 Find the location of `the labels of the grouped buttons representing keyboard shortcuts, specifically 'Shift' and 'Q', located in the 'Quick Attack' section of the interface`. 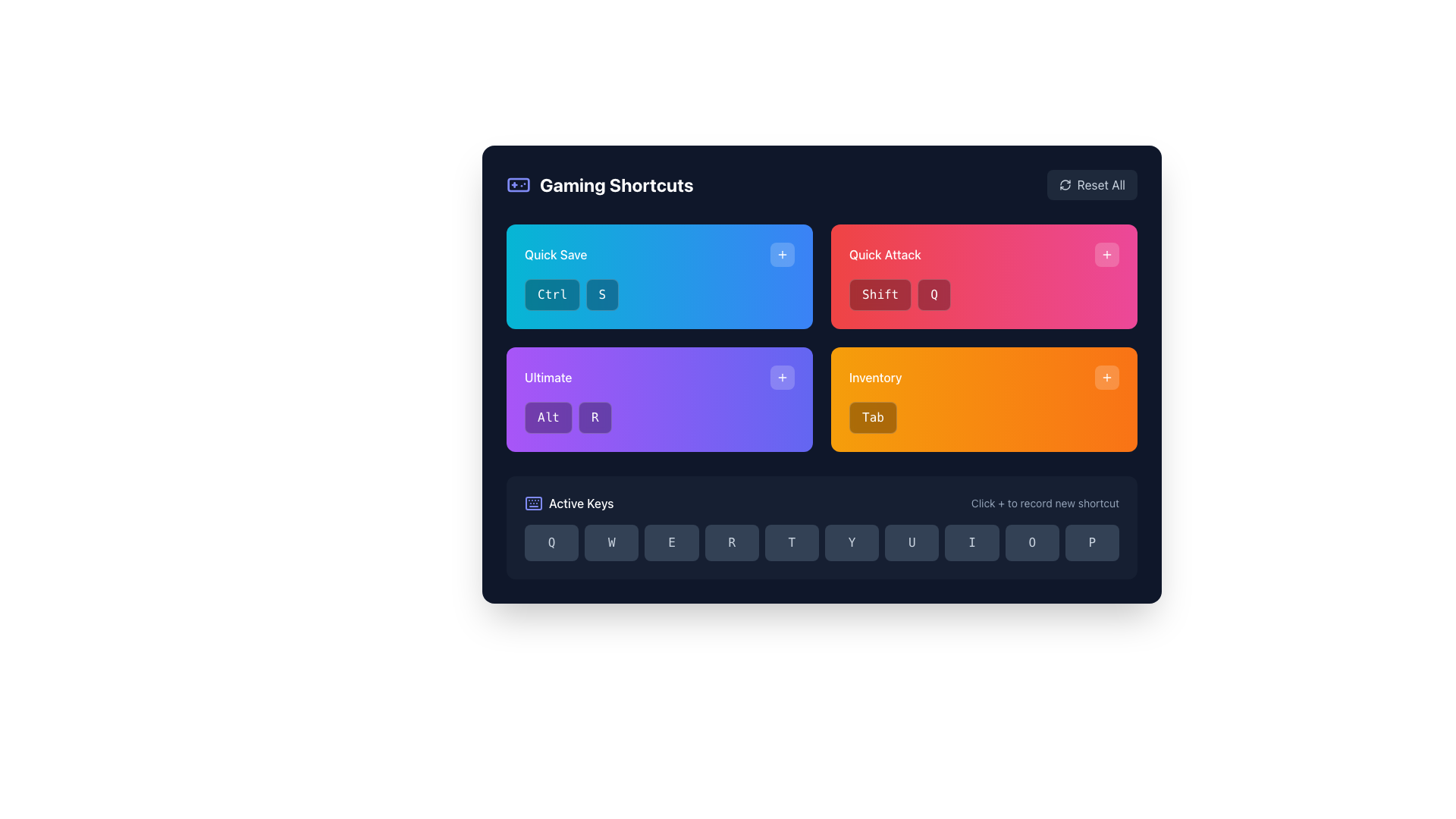

the labels of the grouped buttons representing keyboard shortcuts, specifically 'Shift' and 'Q', located in the 'Quick Attack' section of the interface is located at coordinates (984, 295).